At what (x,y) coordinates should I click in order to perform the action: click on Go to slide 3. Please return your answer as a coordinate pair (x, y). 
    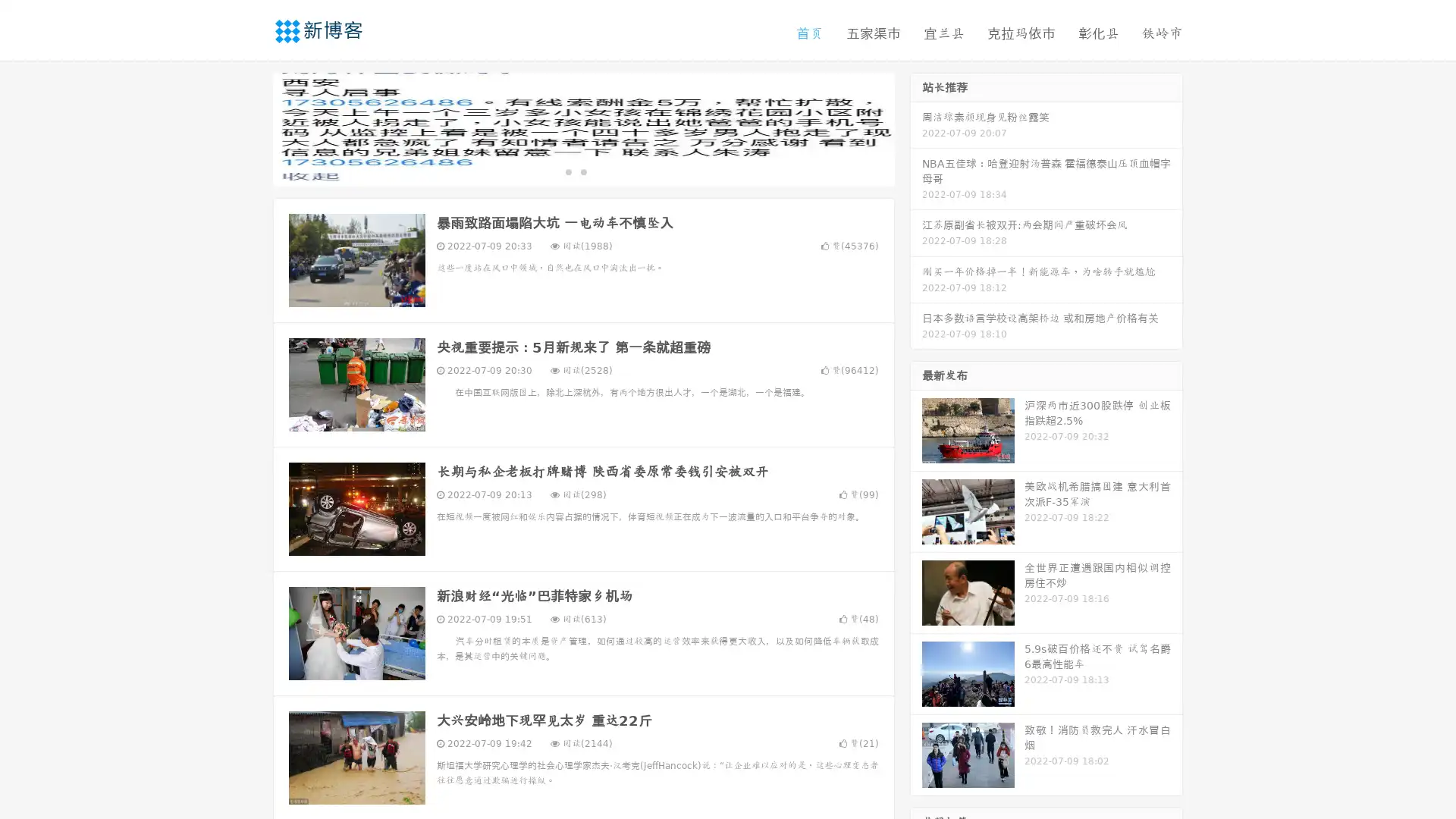
    Looking at the image, I should click on (598, 171).